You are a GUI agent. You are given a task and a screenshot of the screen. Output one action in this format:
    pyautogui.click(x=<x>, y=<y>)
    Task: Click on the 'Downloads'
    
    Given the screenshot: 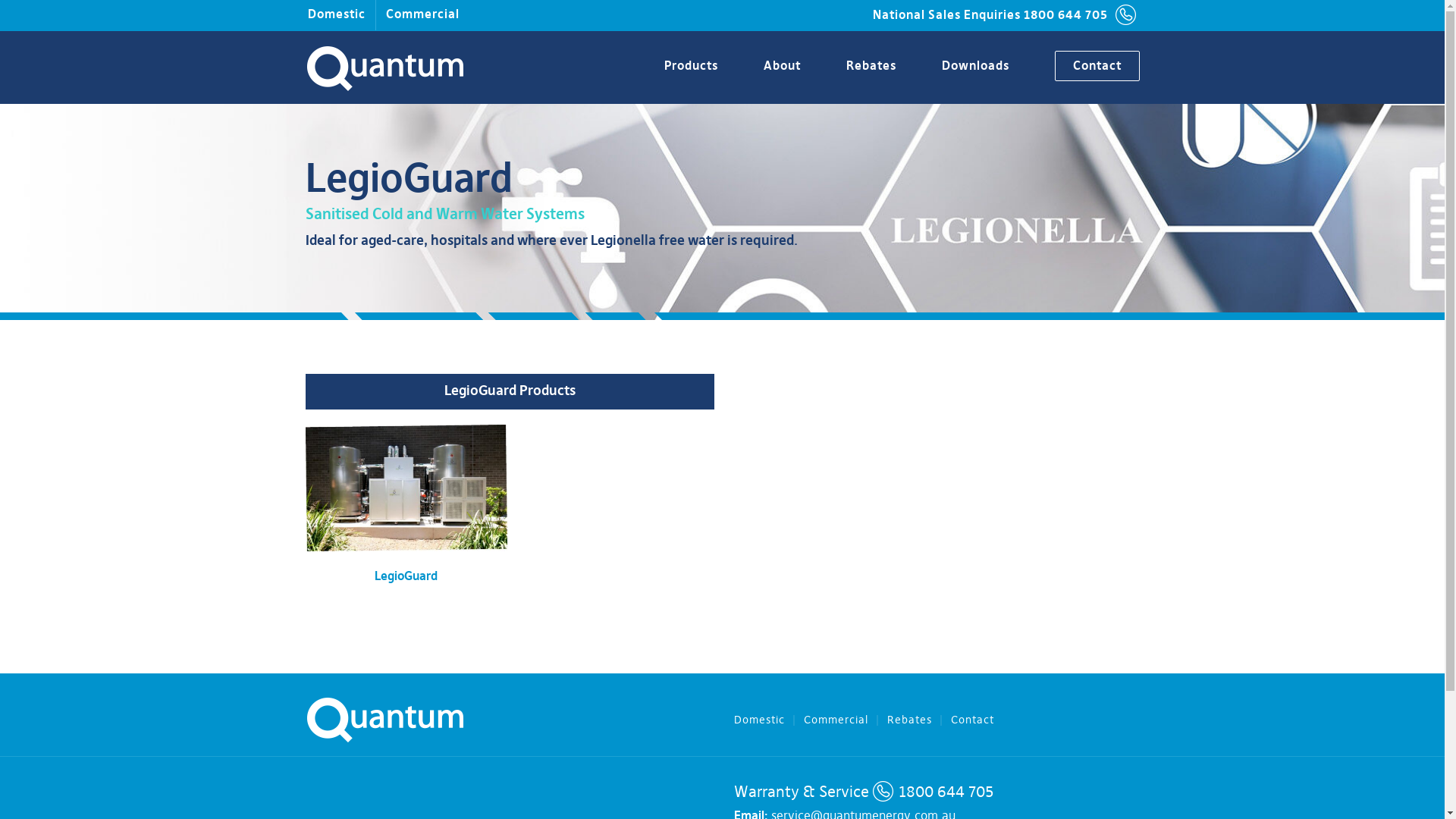 What is the action you would take?
    pyautogui.click(x=960, y=66)
    